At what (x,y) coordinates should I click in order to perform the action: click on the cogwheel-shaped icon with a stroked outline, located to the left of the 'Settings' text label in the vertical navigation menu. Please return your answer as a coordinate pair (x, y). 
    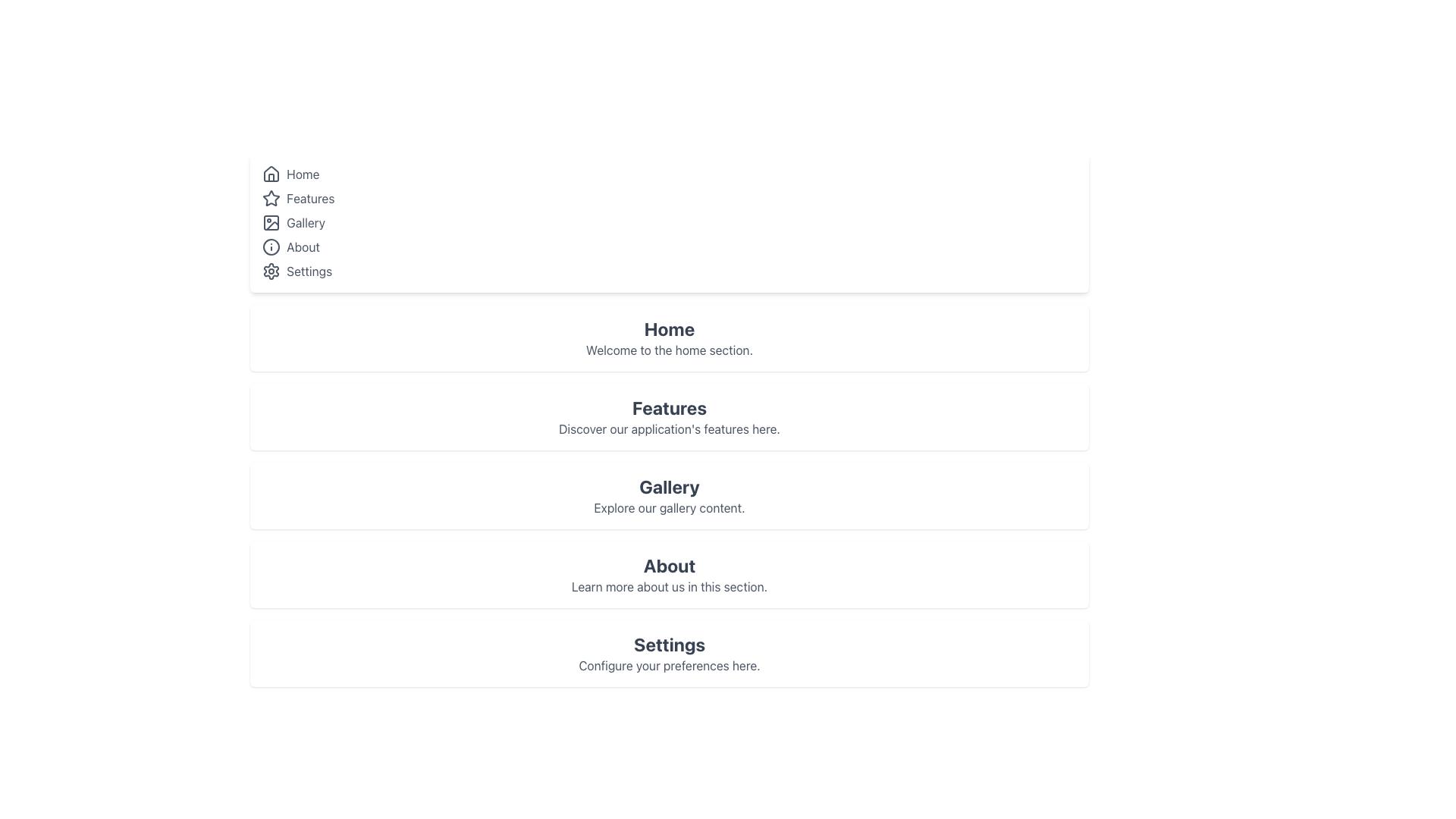
    Looking at the image, I should click on (271, 271).